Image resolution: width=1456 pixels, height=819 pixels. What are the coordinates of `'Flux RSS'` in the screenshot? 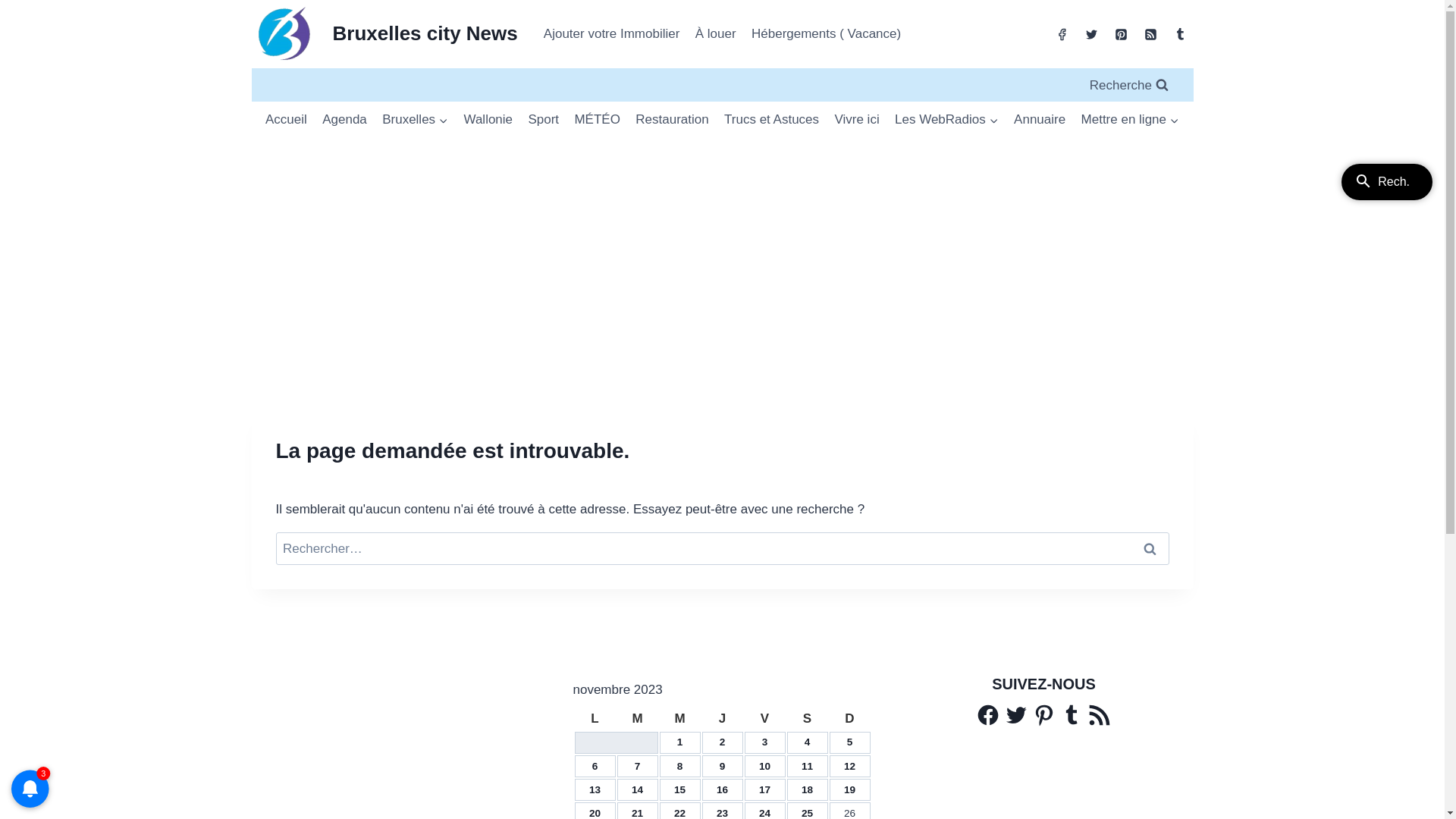 It's located at (1099, 714).